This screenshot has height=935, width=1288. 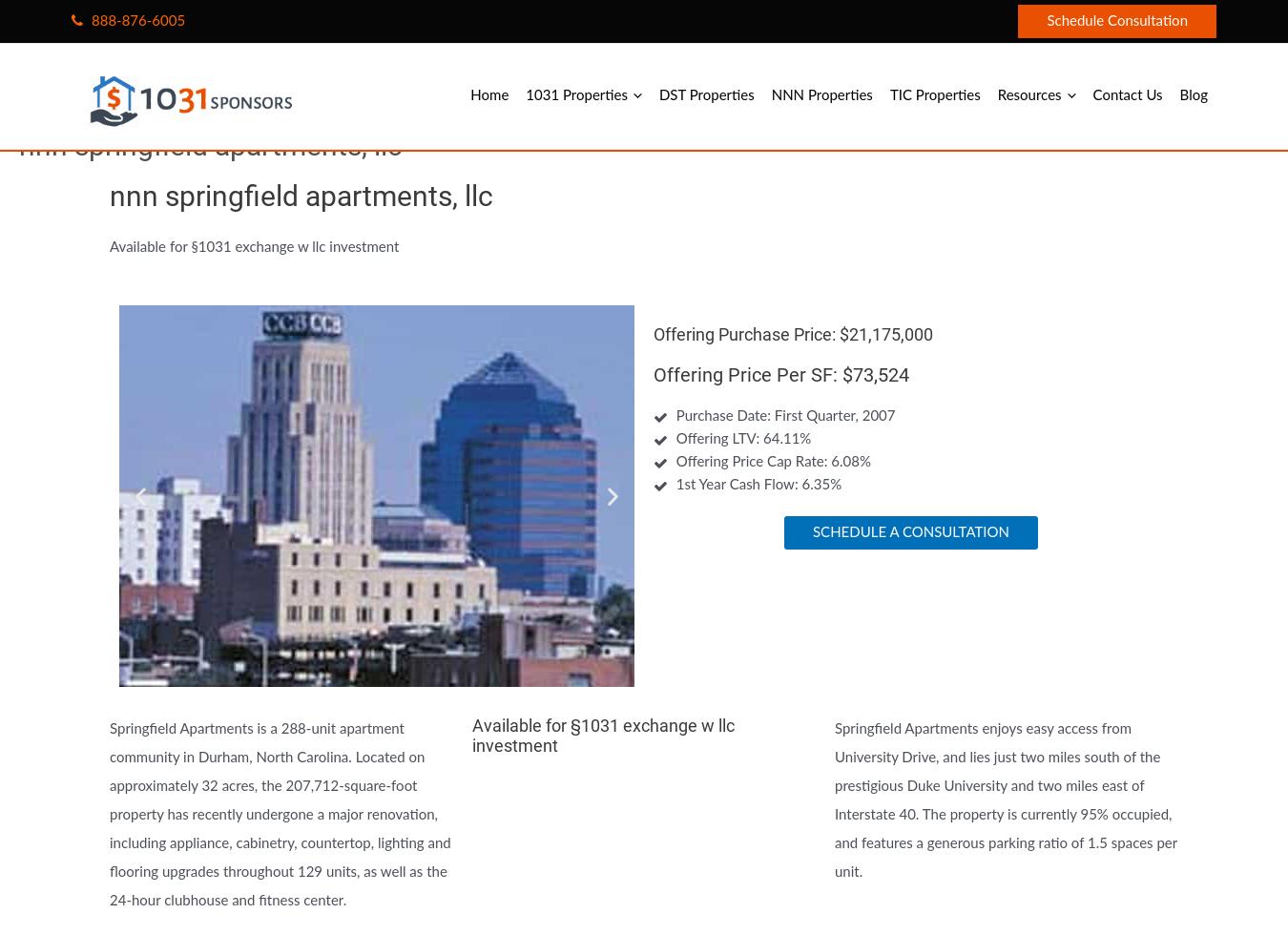 What do you see at coordinates (758, 485) in the screenshot?
I see `'1st Year Cash Flow: 6.35%'` at bounding box center [758, 485].